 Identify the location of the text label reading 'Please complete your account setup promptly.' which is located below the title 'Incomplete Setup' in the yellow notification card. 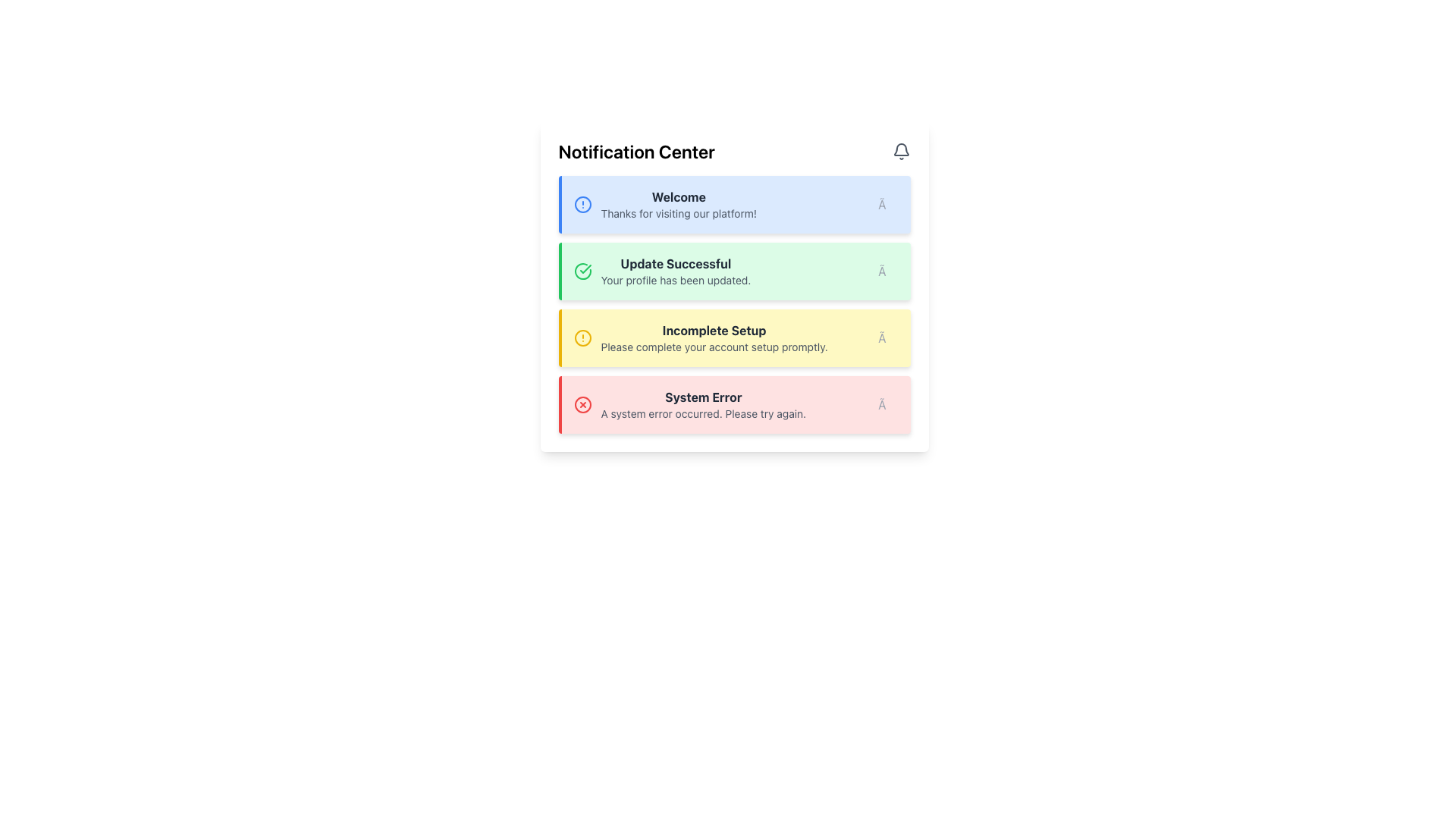
(714, 347).